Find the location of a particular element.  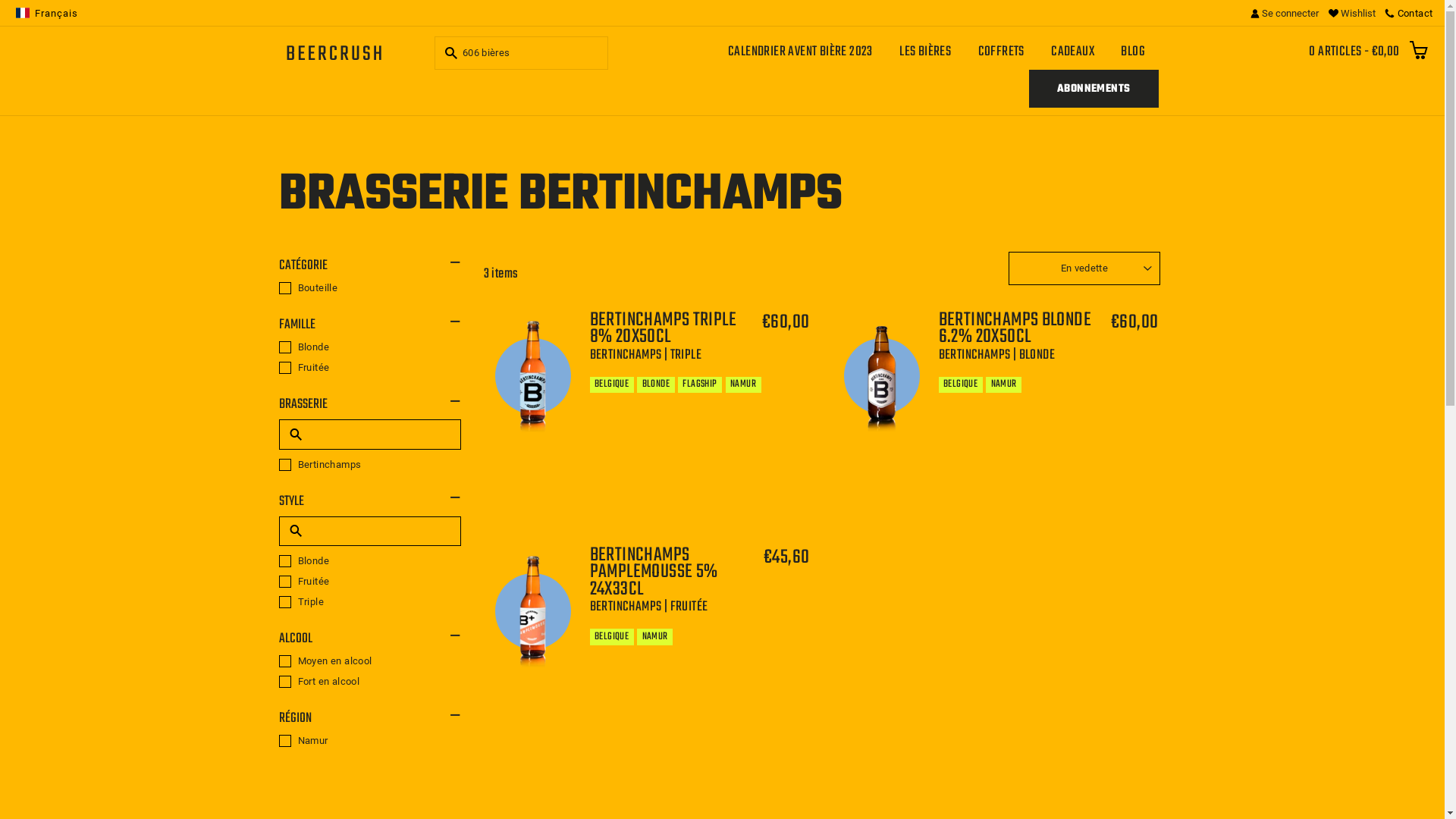

'Wishlist' is located at coordinates (1351, 12).